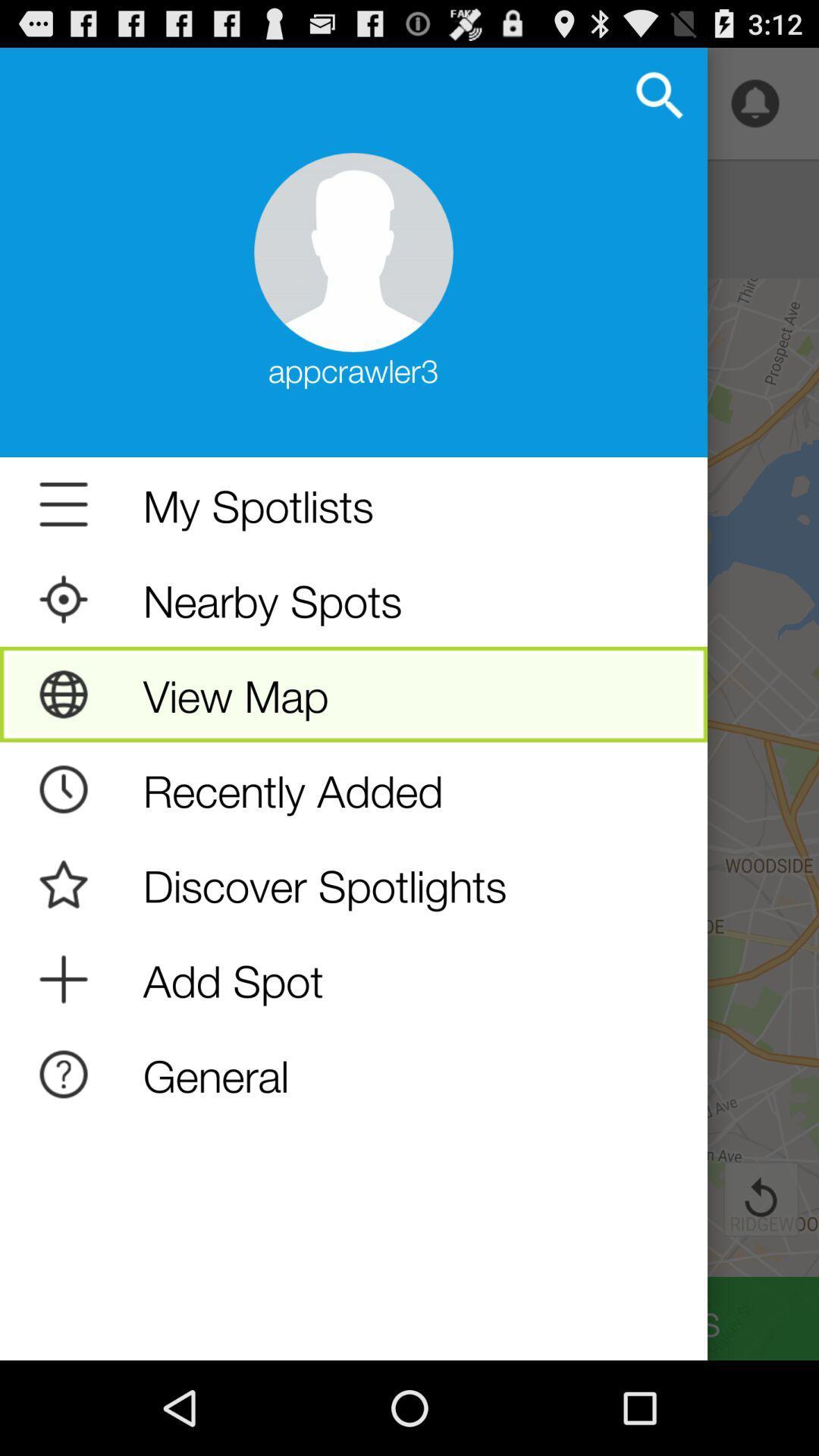  Describe the element at coordinates (761, 1282) in the screenshot. I see `the refresh icon` at that location.